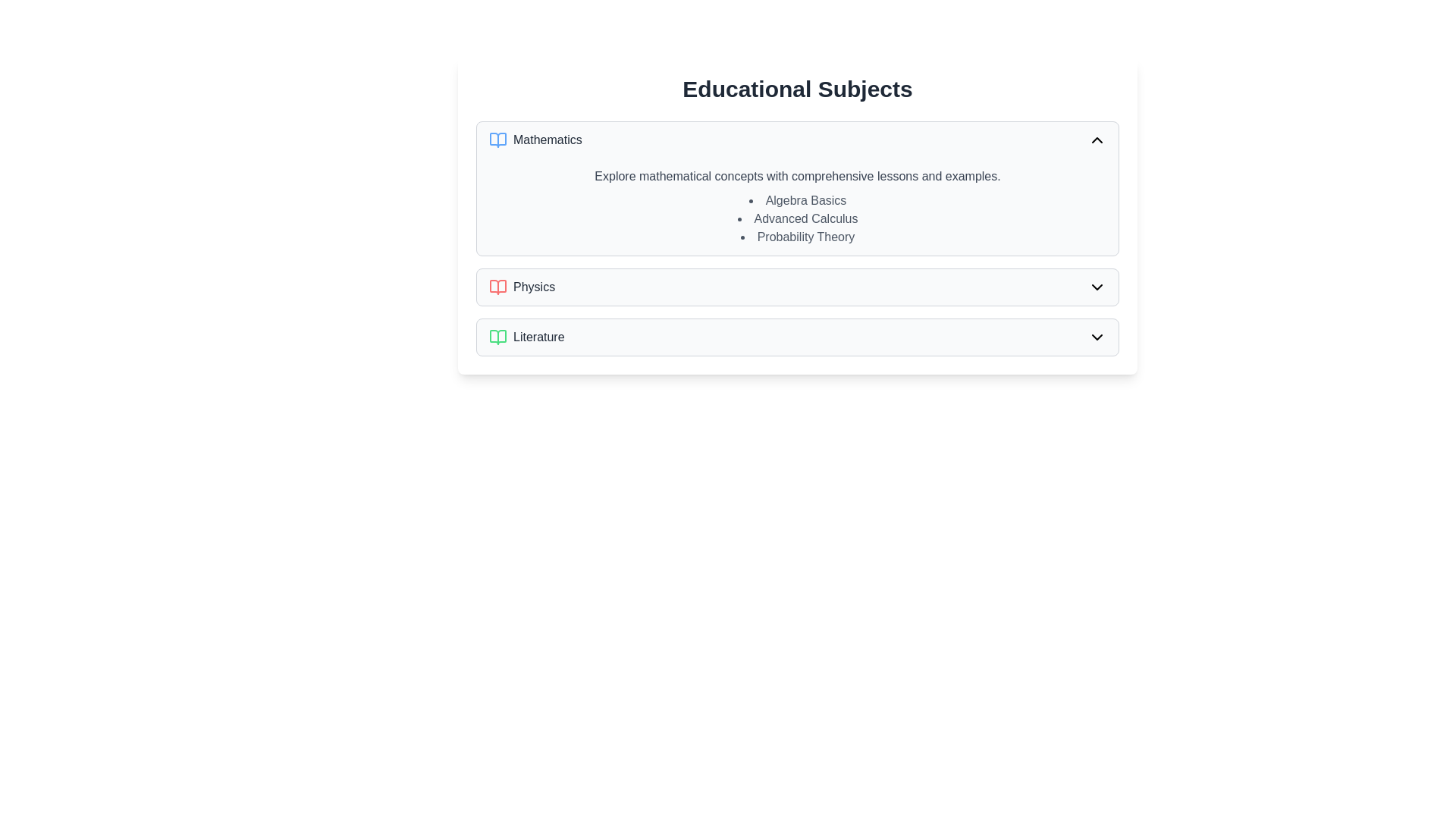 The image size is (1456, 819). What do you see at coordinates (796, 336) in the screenshot?
I see `the arrow of the dropdown list entry for the subject 'Literature'` at bounding box center [796, 336].